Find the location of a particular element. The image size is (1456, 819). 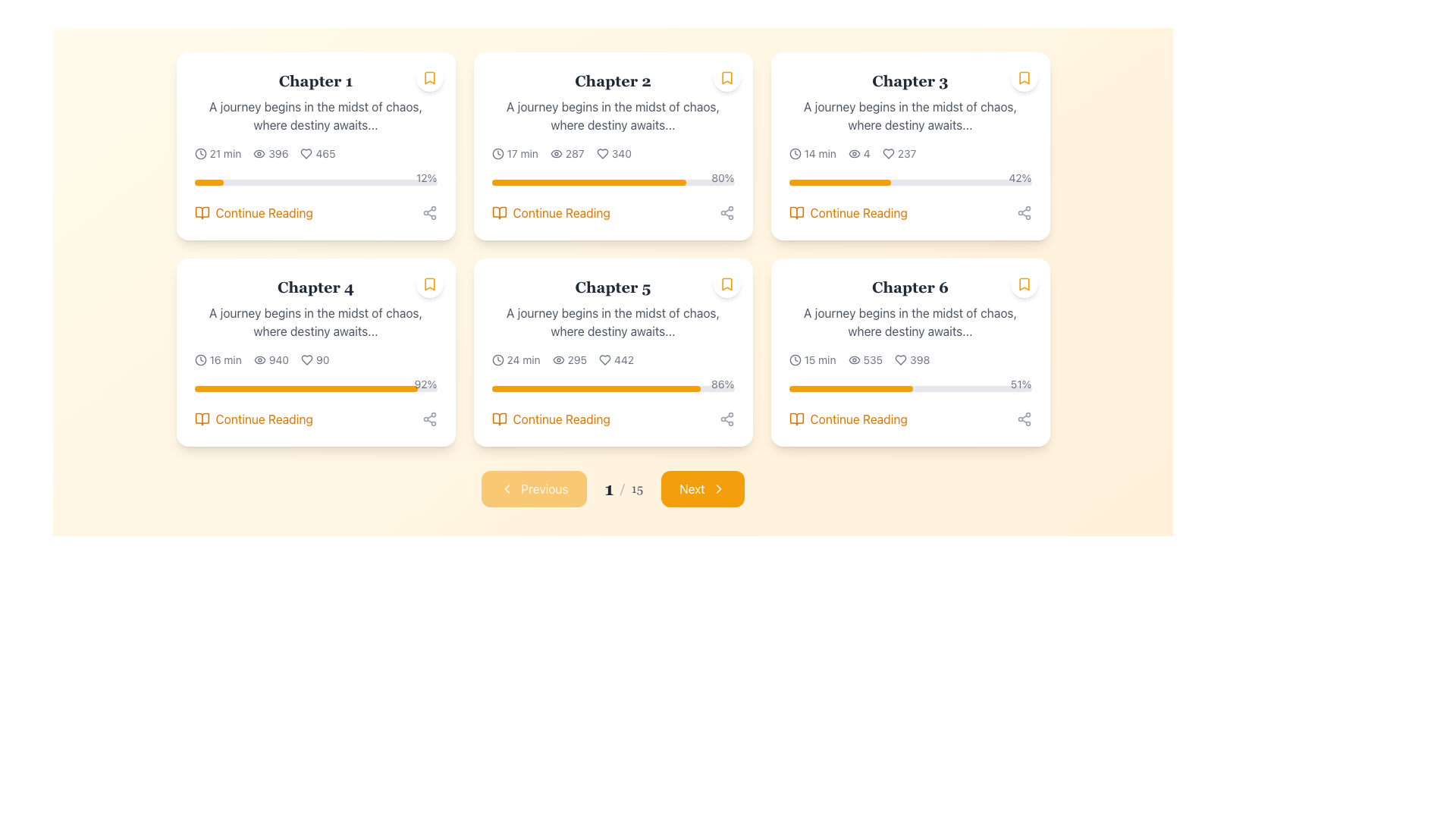

the icon located in the 5th card of the grid layout, positioned to the left of the 'Continue Reading' text is located at coordinates (499, 419).